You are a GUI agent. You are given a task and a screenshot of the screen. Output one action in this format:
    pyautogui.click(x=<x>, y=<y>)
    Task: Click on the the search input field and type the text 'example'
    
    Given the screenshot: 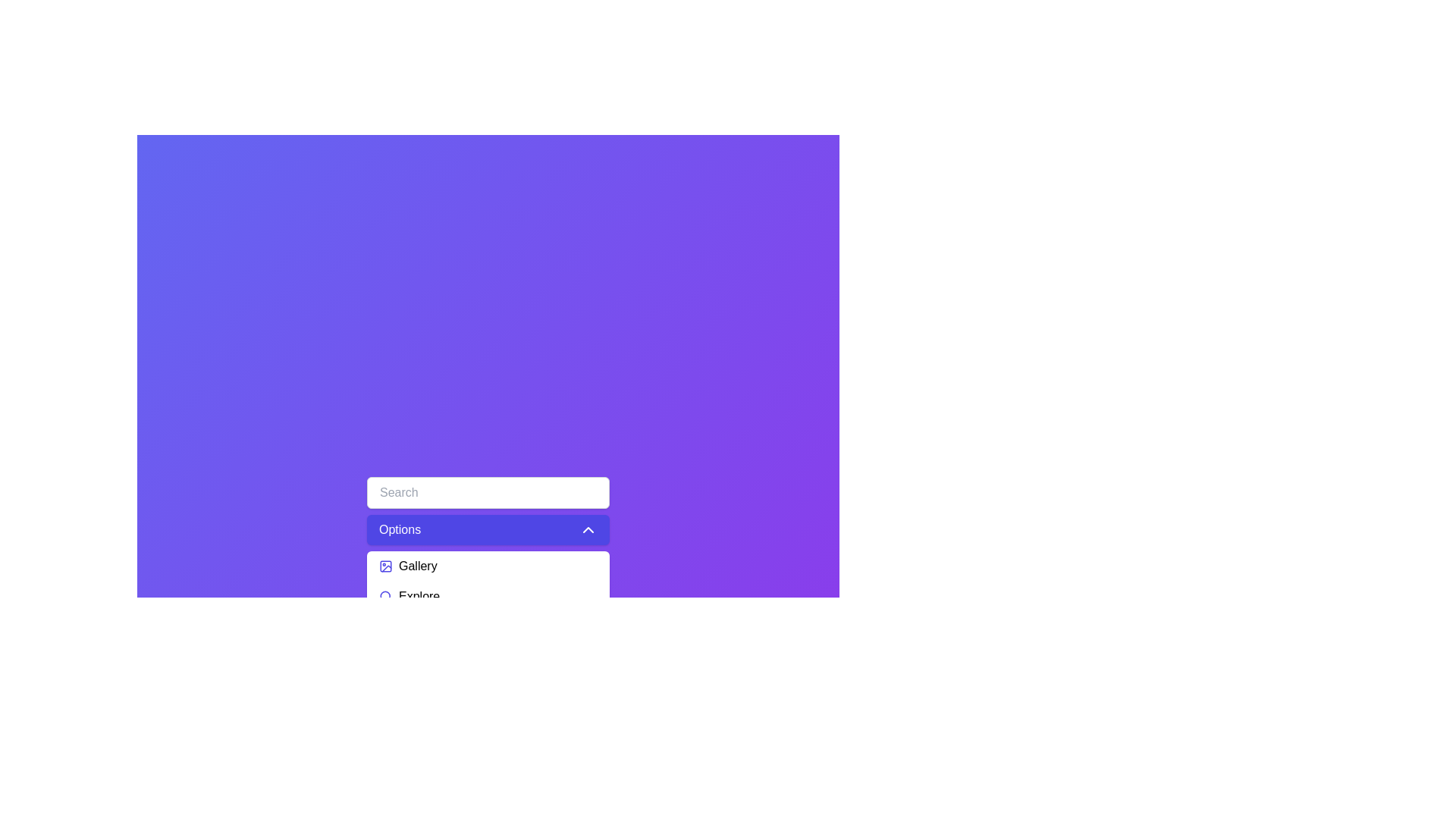 What is the action you would take?
    pyautogui.click(x=488, y=493)
    